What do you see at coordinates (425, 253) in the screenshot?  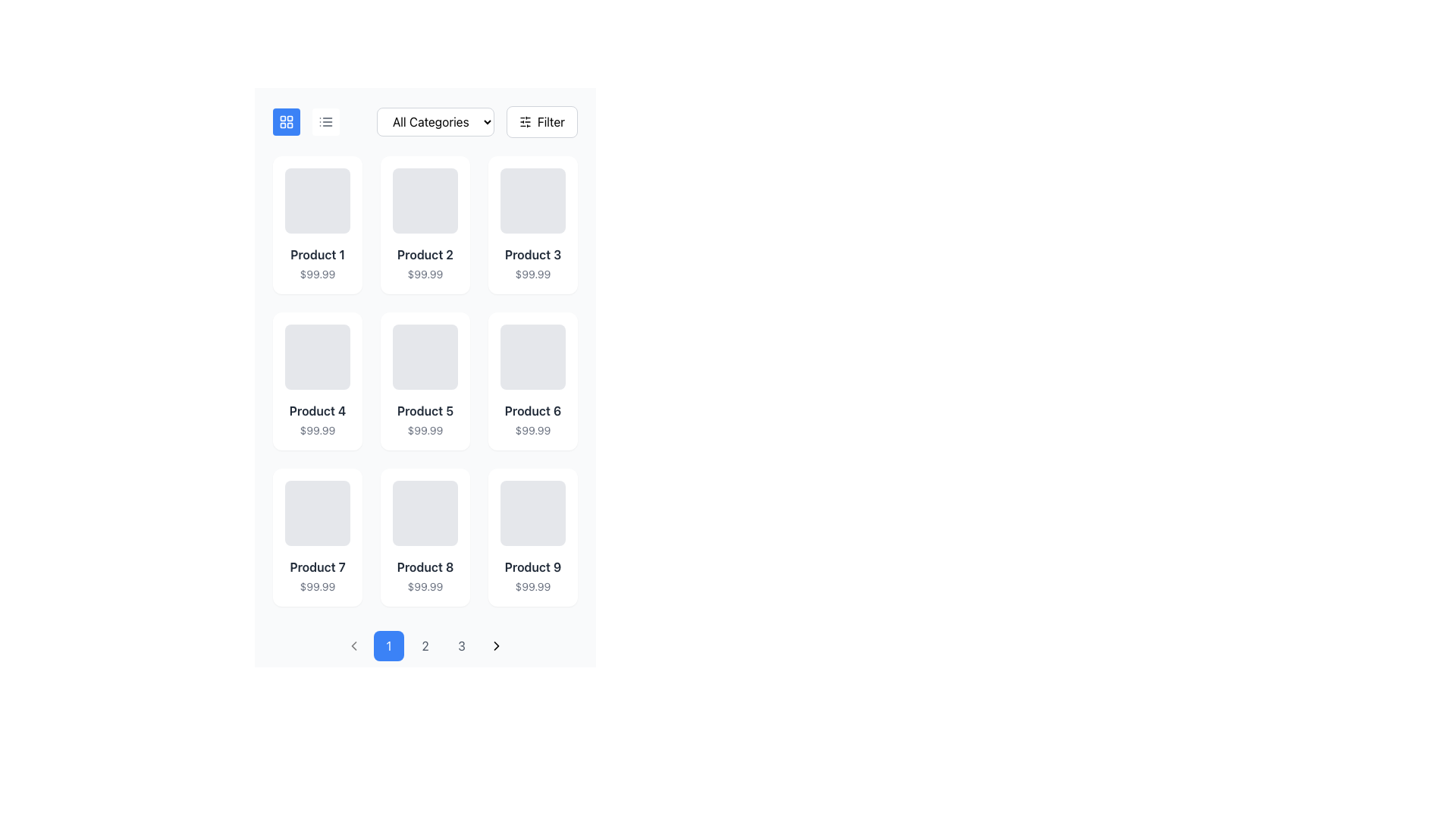 I see `the text label displaying 'Product 2' in bold dark gray font, located above the price label in the second product card of the first row in the product grid` at bounding box center [425, 253].